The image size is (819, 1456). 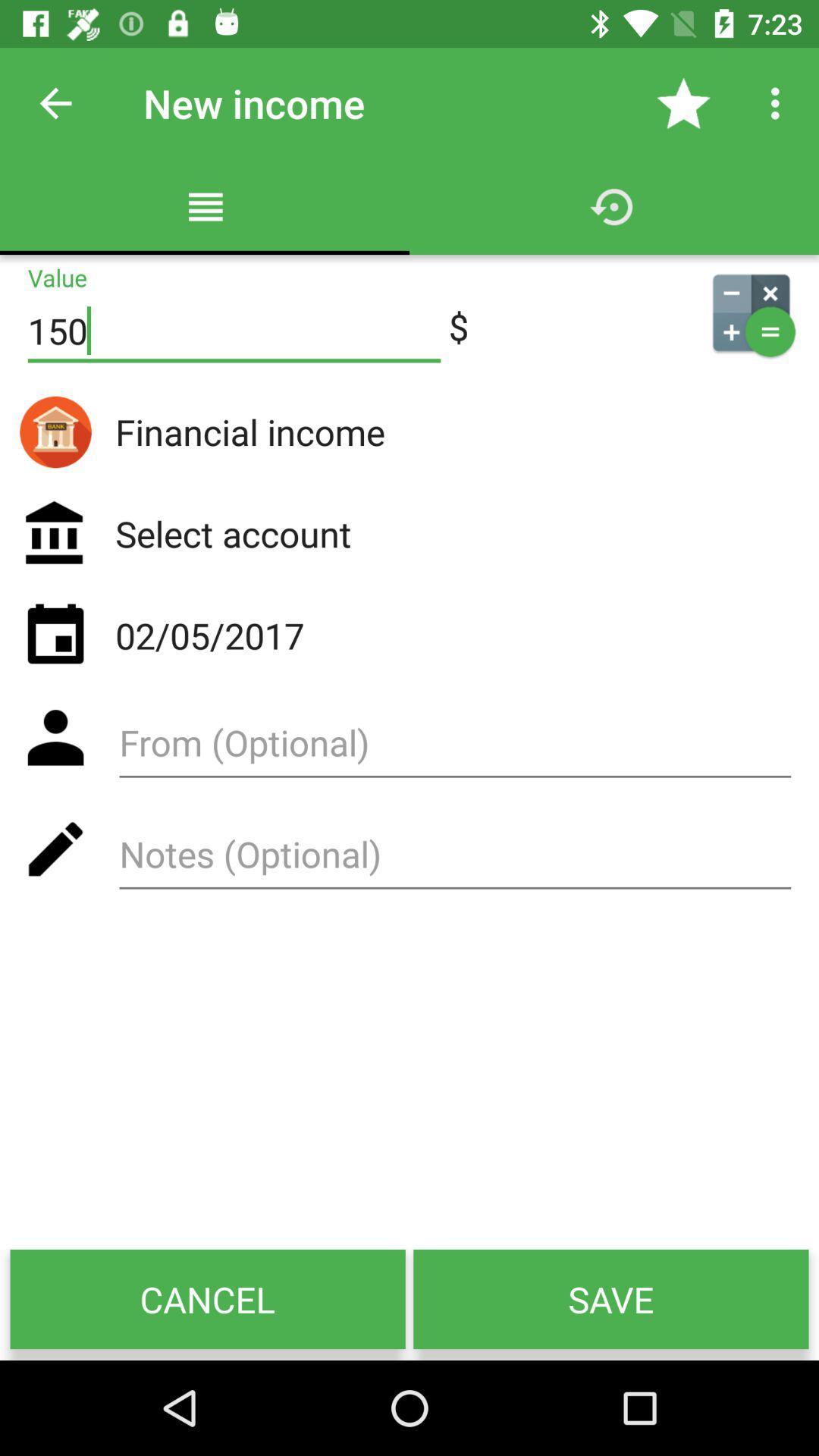 I want to click on open computer, so click(x=751, y=312).